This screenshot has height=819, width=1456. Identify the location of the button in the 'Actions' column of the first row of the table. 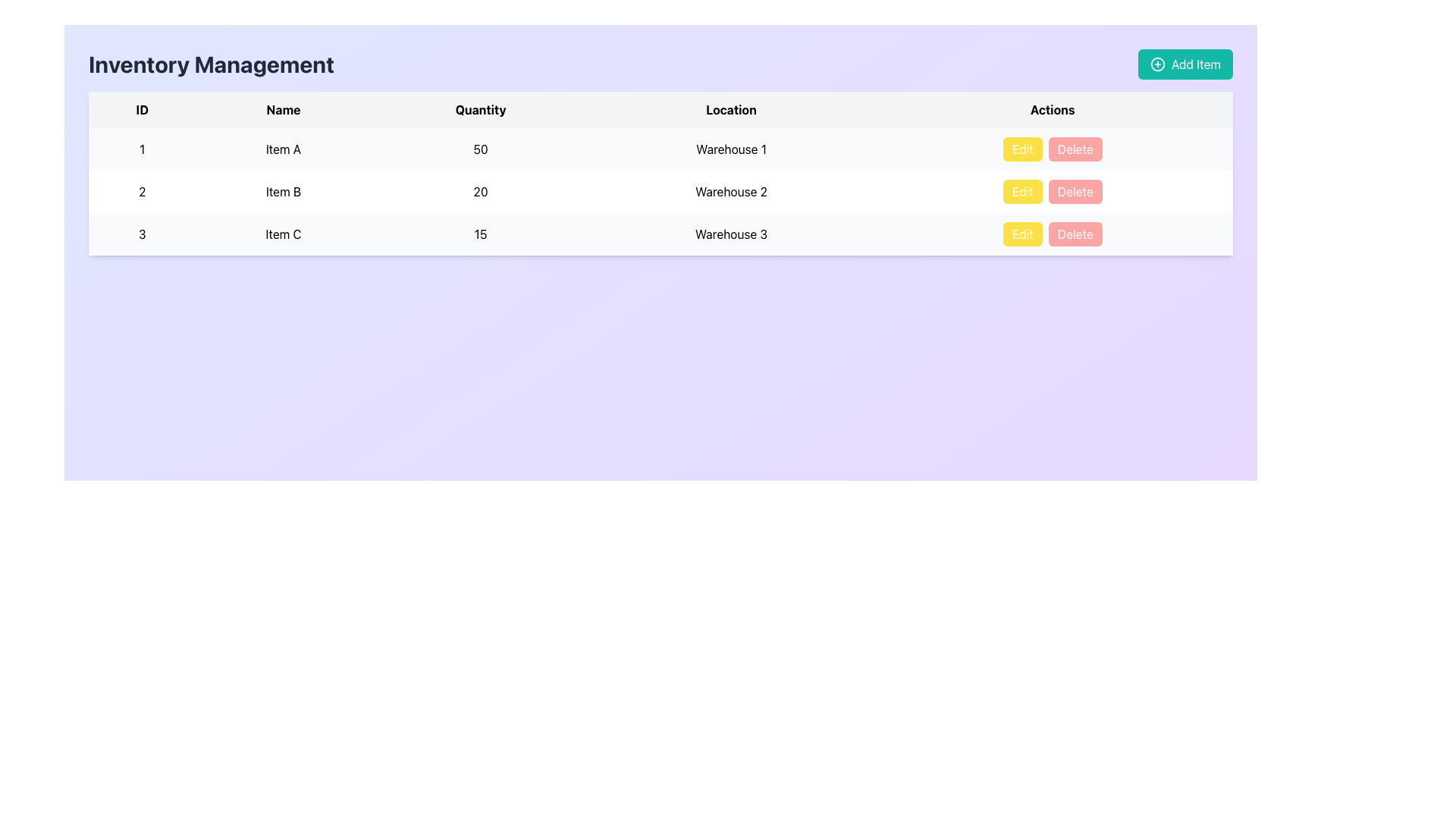
(1022, 149).